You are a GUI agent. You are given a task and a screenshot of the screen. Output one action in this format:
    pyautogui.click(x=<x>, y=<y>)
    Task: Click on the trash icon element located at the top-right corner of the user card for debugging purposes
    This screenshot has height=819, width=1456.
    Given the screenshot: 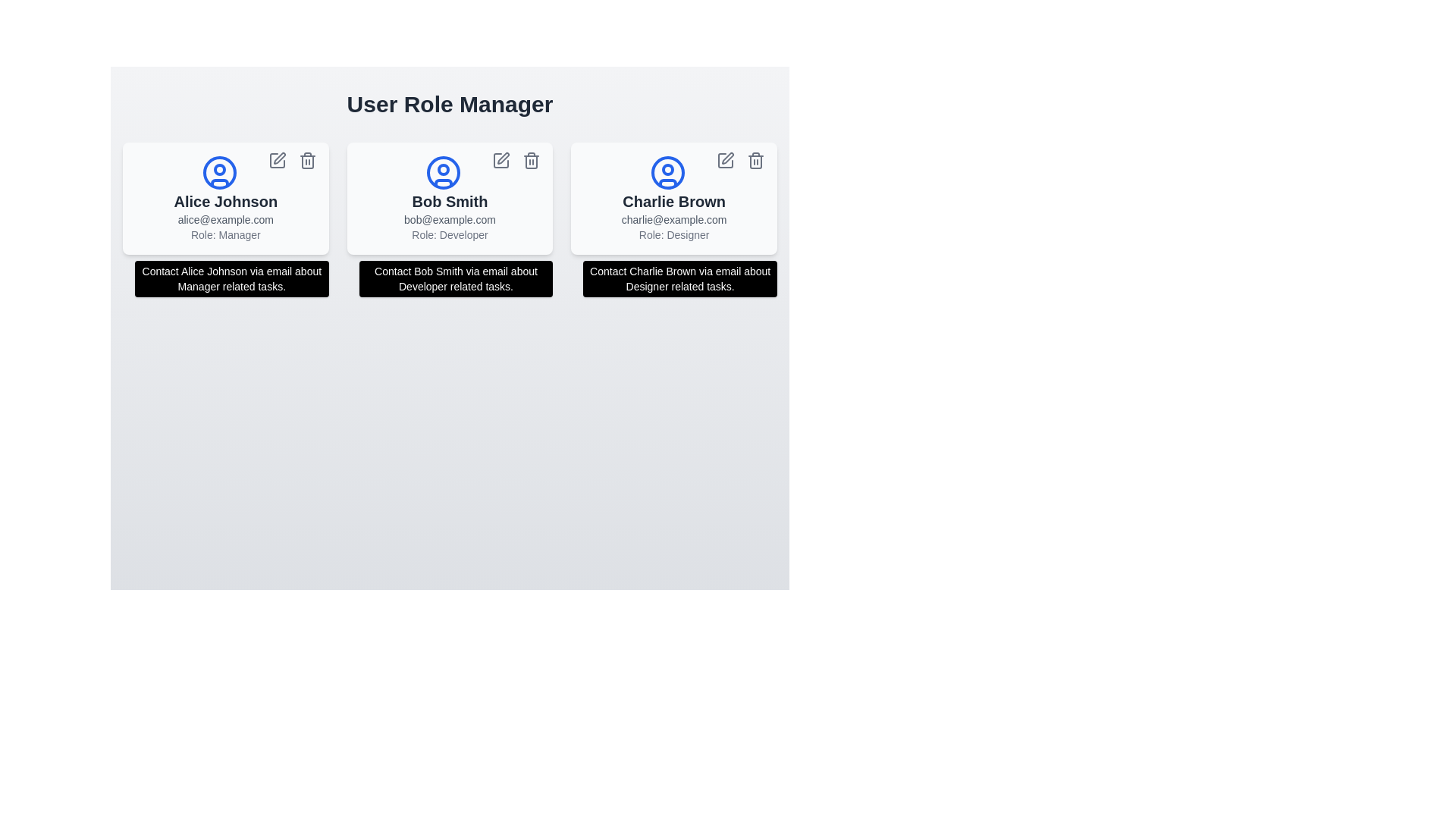 What is the action you would take?
    pyautogui.click(x=756, y=162)
    